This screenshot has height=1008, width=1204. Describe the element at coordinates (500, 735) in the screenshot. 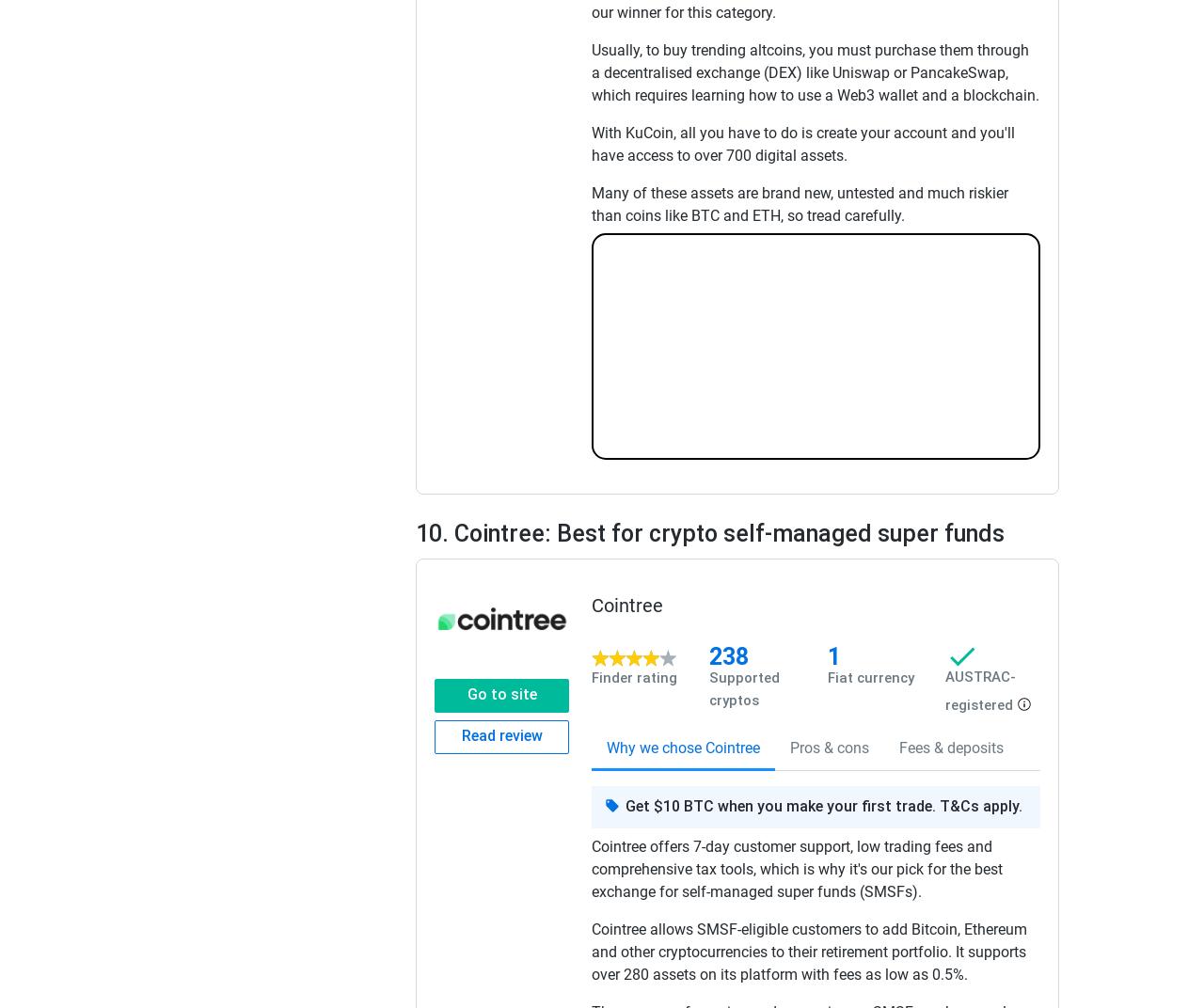

I see `'Read review'` at that location.